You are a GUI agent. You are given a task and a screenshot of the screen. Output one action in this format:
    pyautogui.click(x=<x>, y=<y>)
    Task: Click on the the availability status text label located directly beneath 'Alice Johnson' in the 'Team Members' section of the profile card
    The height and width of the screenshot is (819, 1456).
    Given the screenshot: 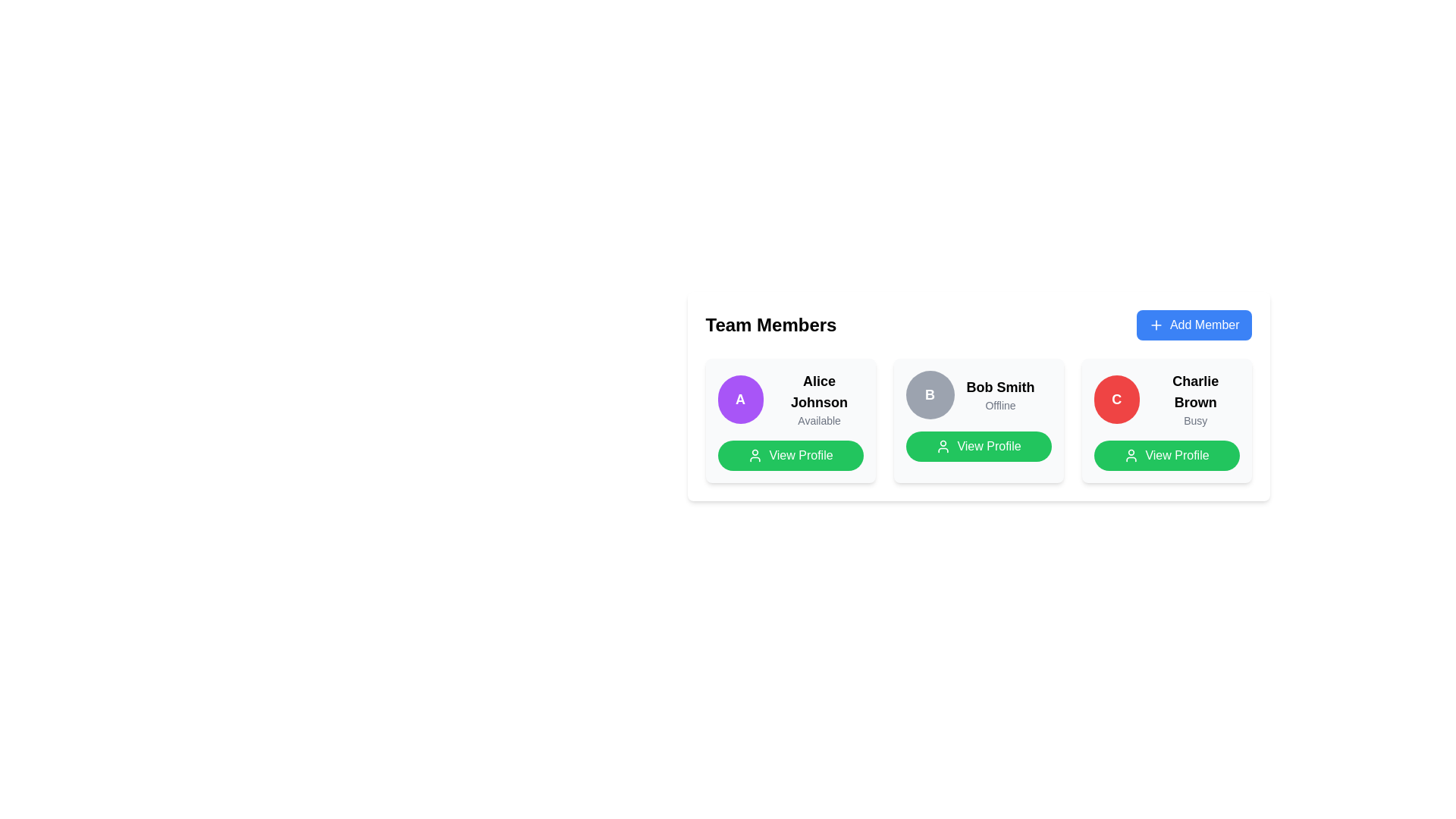 What is the action you would take?
    pyautogui.click(x=818, y=421)
    